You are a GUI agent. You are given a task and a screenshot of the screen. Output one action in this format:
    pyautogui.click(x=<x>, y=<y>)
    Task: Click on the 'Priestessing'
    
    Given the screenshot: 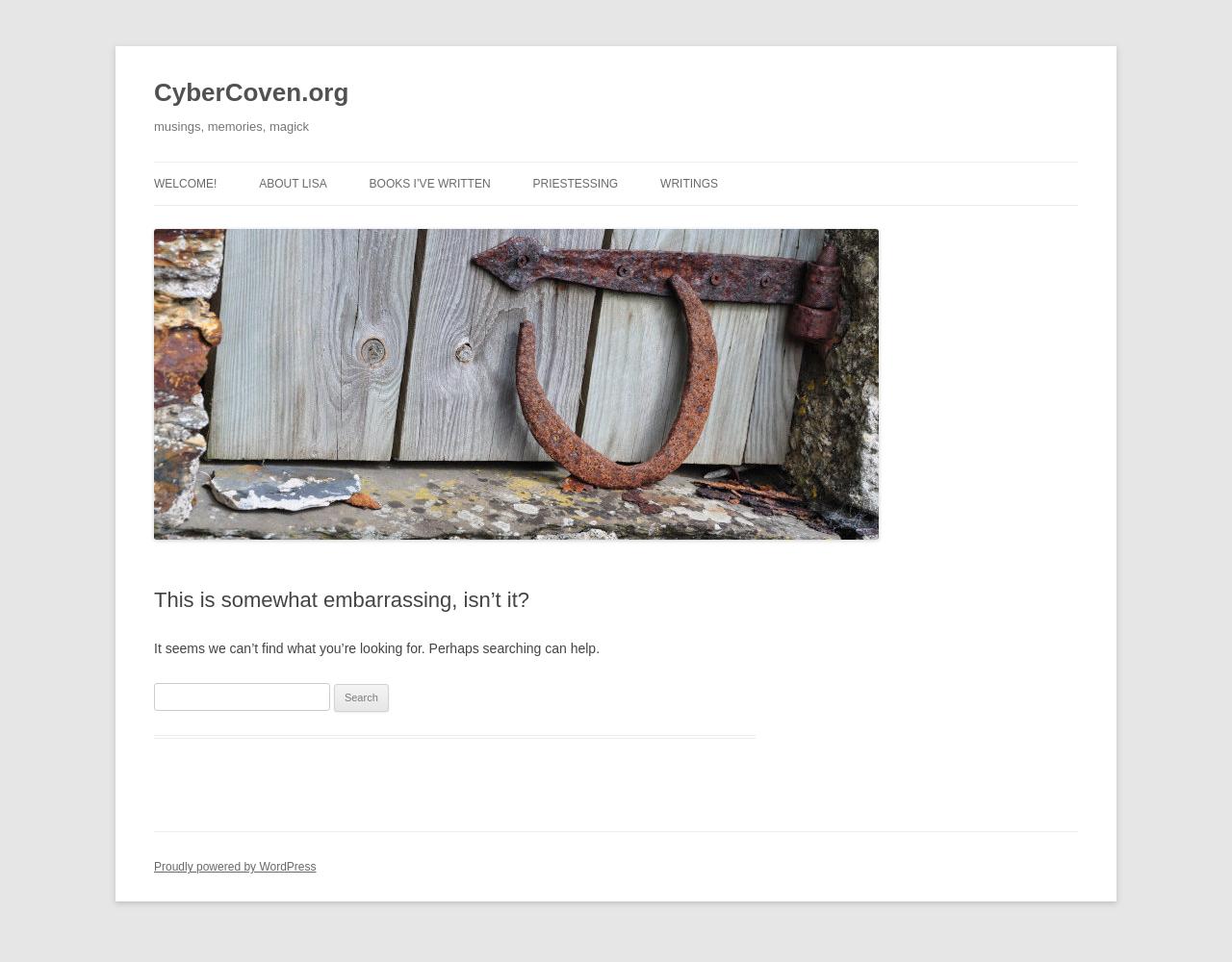 What is the action you would take?
    pyautogui.click(x=574, y=183)
    